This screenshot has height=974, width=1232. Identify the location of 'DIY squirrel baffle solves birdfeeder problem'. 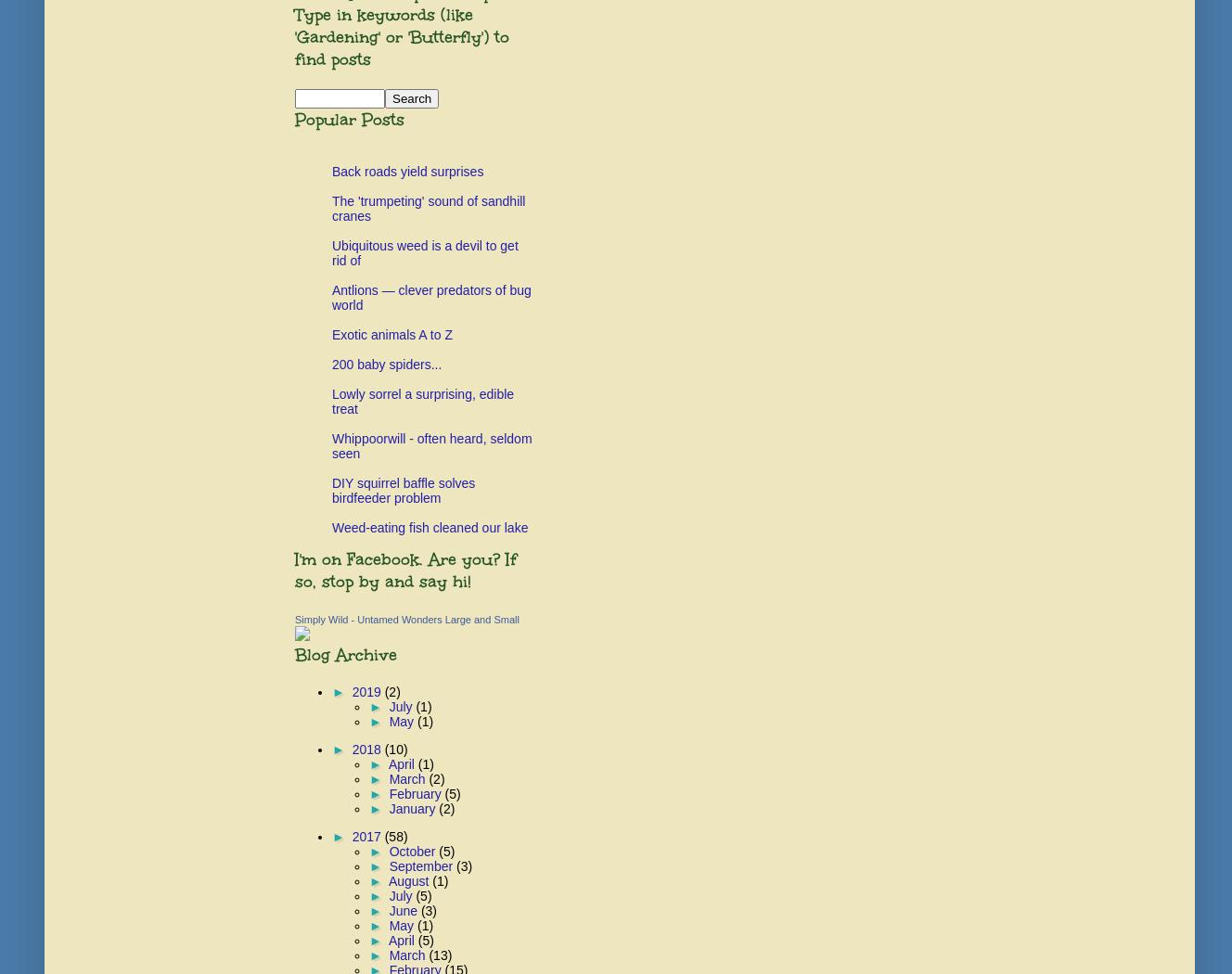
(404, 490).